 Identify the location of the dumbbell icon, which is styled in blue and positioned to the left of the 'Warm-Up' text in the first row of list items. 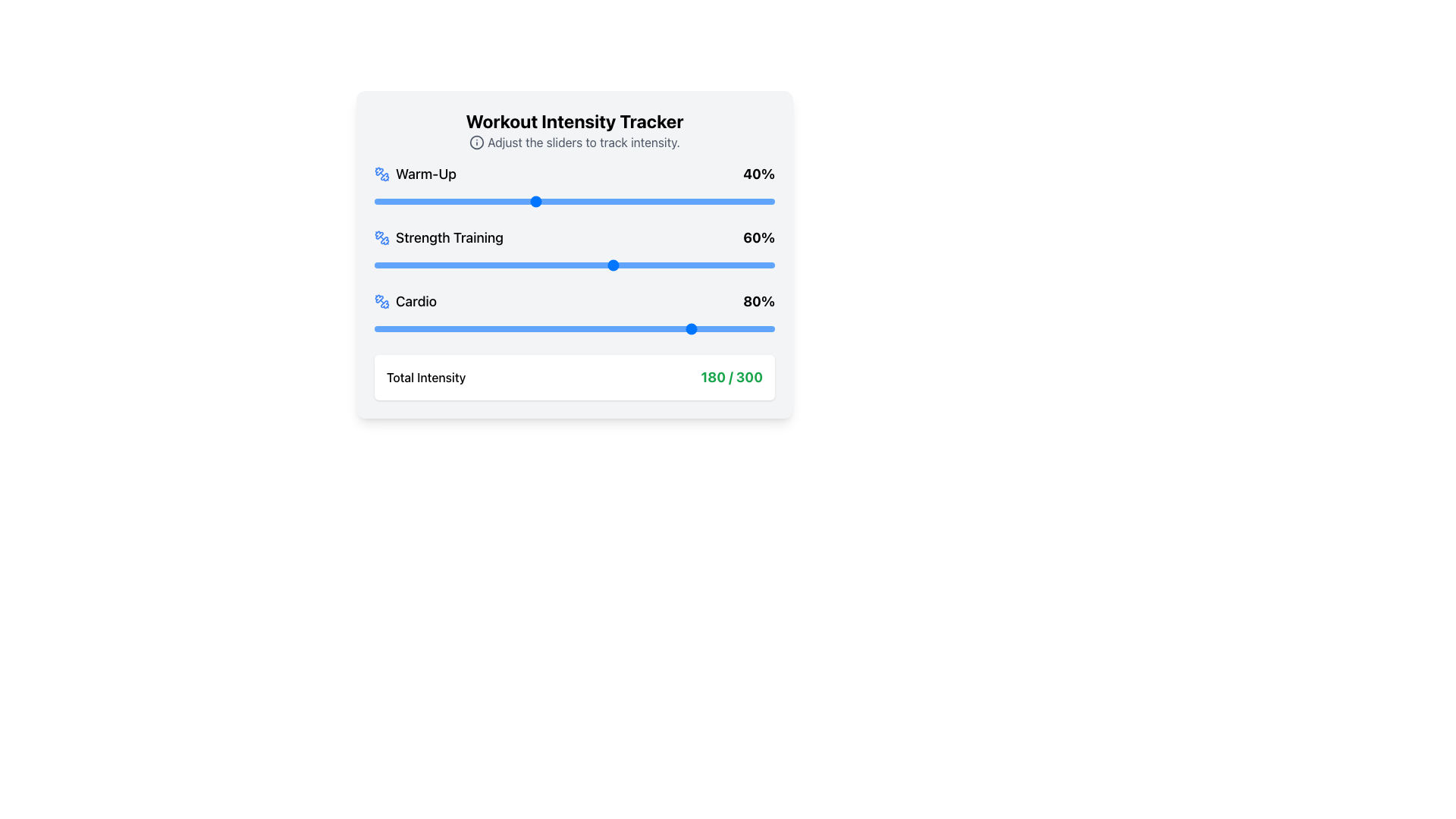
(382, 174).